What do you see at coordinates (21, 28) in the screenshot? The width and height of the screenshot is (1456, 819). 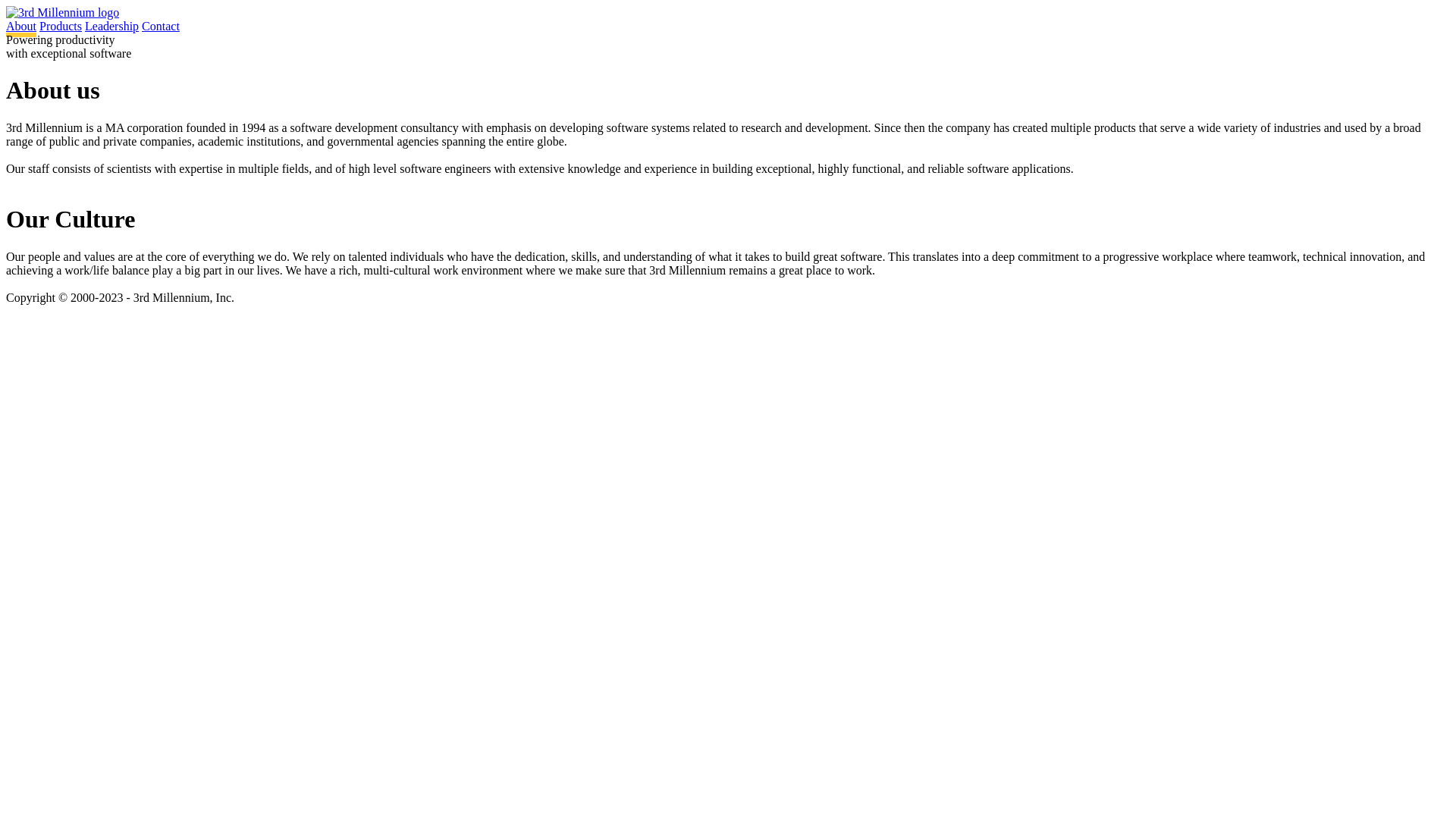 I see `'About'` at bounding box center [21, 28].